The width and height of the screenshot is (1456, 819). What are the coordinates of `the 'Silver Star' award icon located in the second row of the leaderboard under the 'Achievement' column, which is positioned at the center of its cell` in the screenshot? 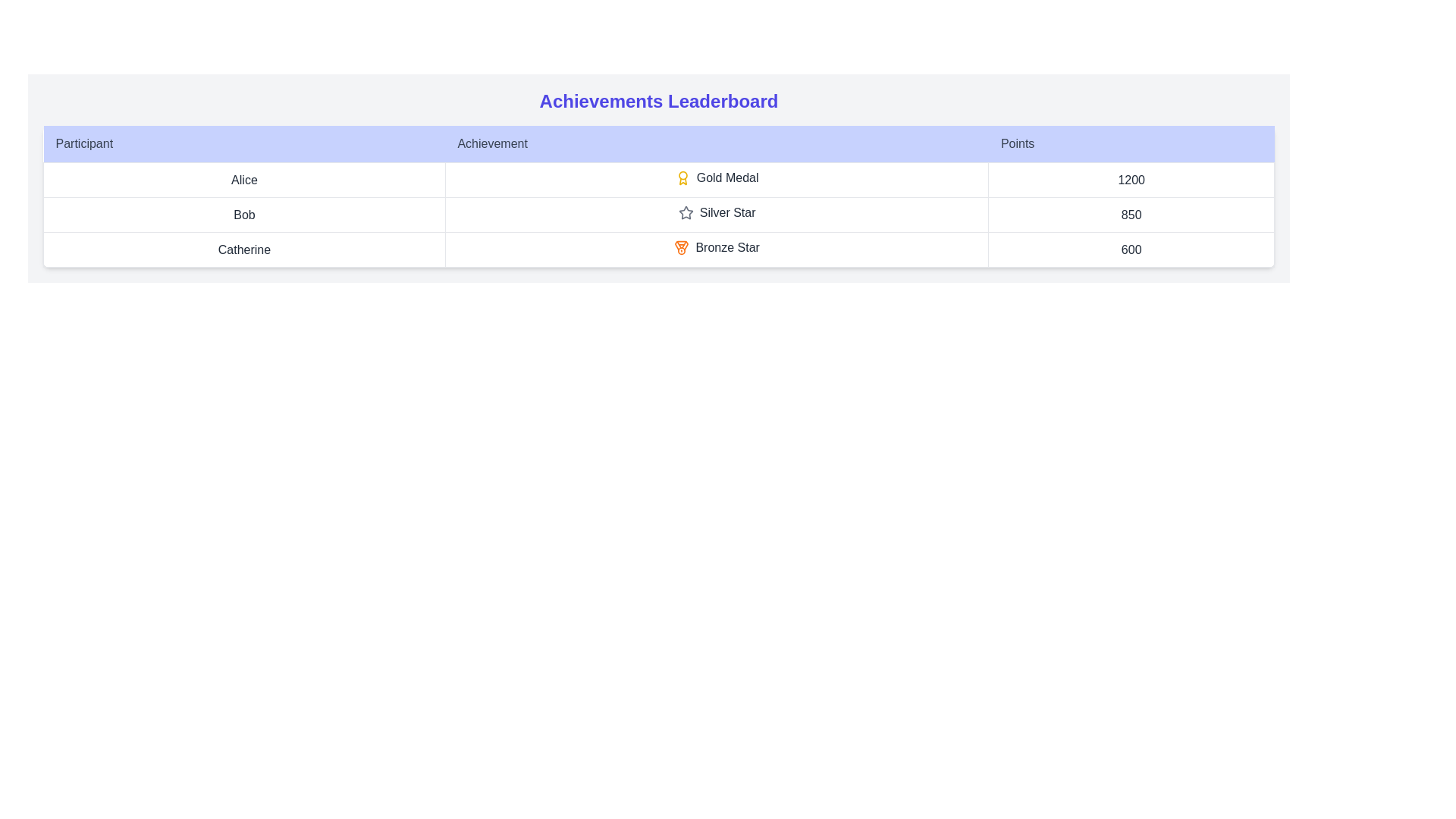 It's located at (685, 213).